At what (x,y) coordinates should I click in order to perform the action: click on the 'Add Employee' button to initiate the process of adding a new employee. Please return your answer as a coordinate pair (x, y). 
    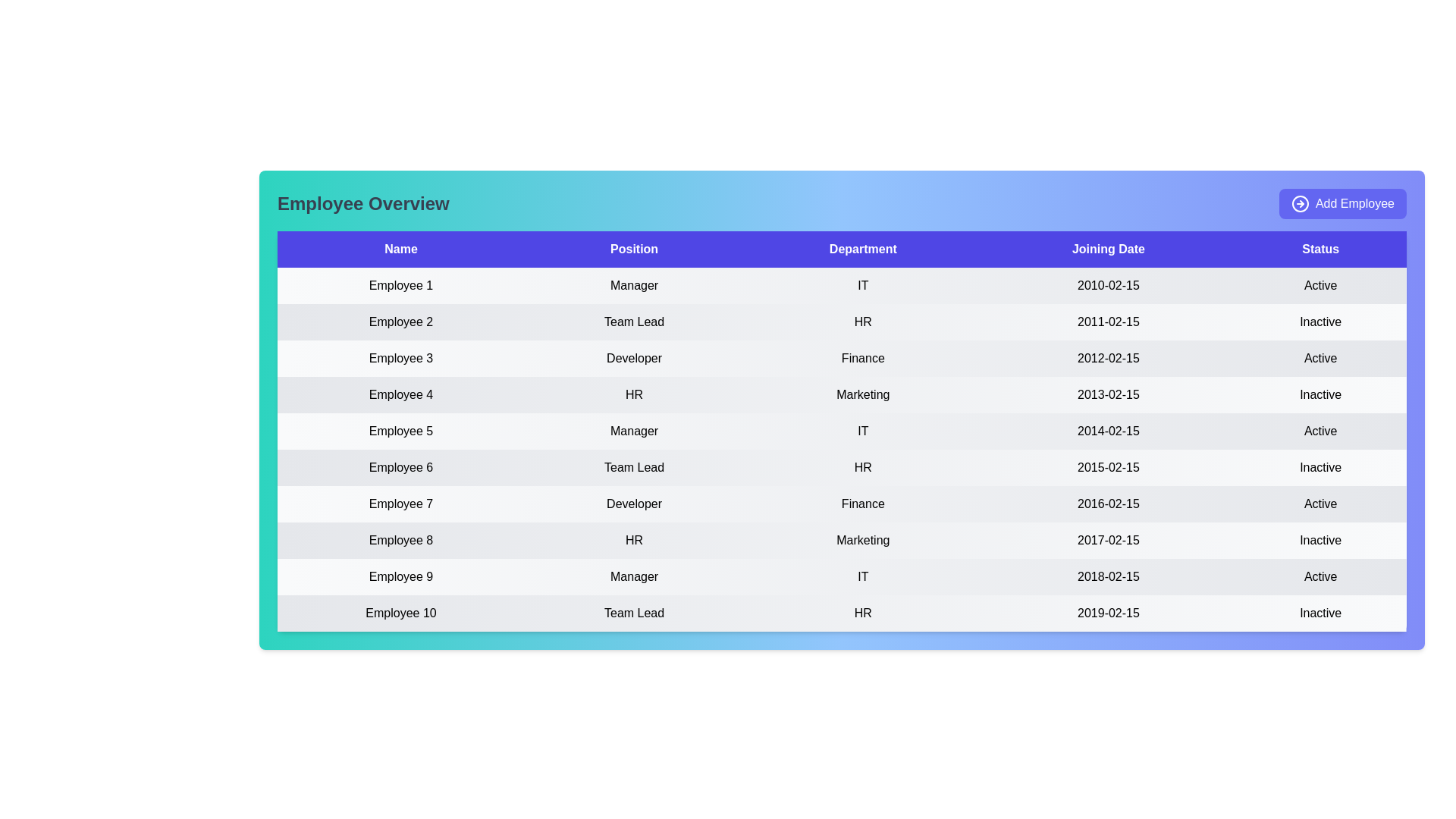
    Looking at the image, I should click on (1343, 203).